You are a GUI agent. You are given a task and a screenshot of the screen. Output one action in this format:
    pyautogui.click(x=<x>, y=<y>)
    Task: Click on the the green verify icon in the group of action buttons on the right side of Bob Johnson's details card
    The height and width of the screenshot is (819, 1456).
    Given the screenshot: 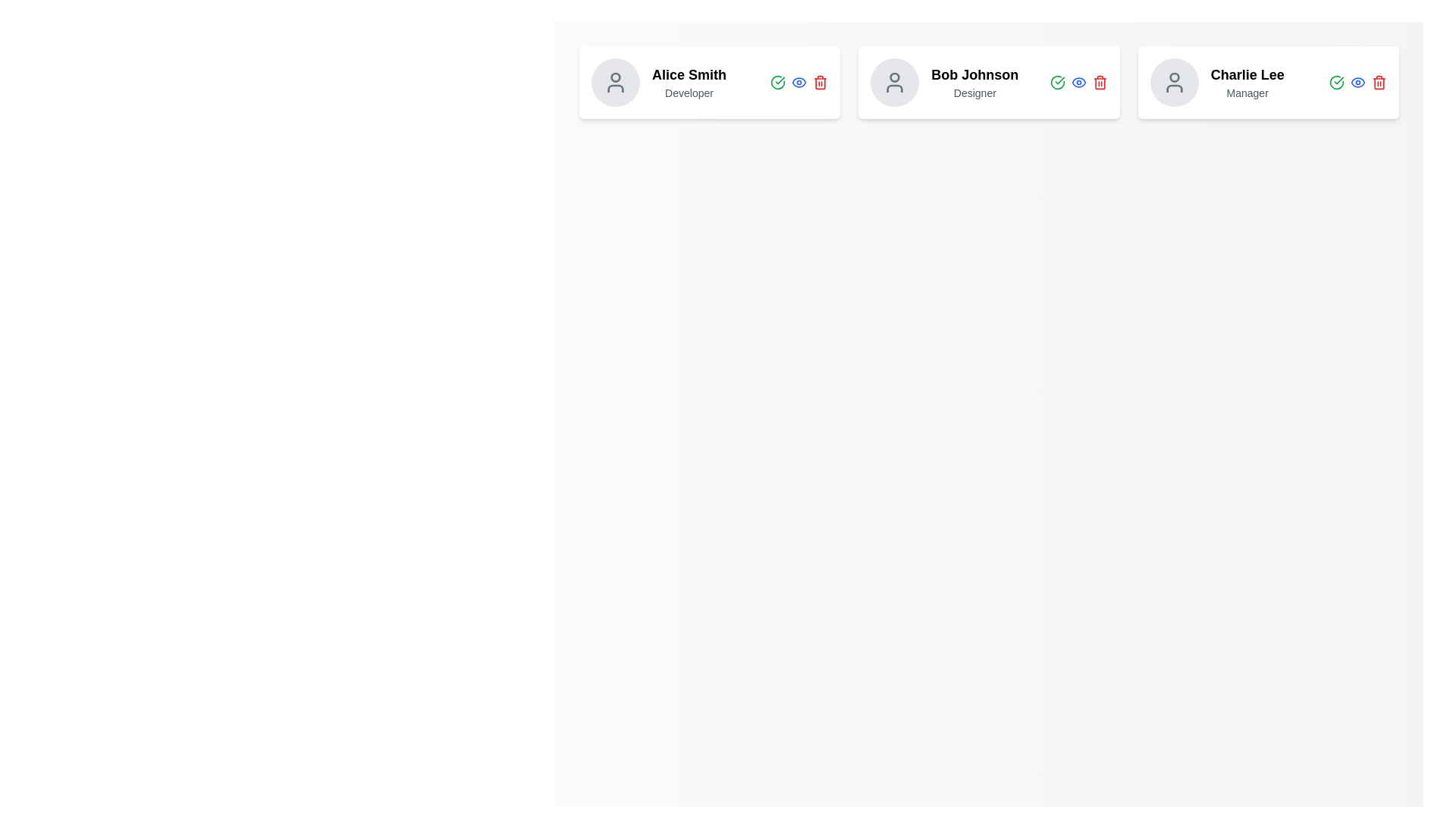 What is the action you would take?
    pyautogui.click(x=1078, y=82)
    